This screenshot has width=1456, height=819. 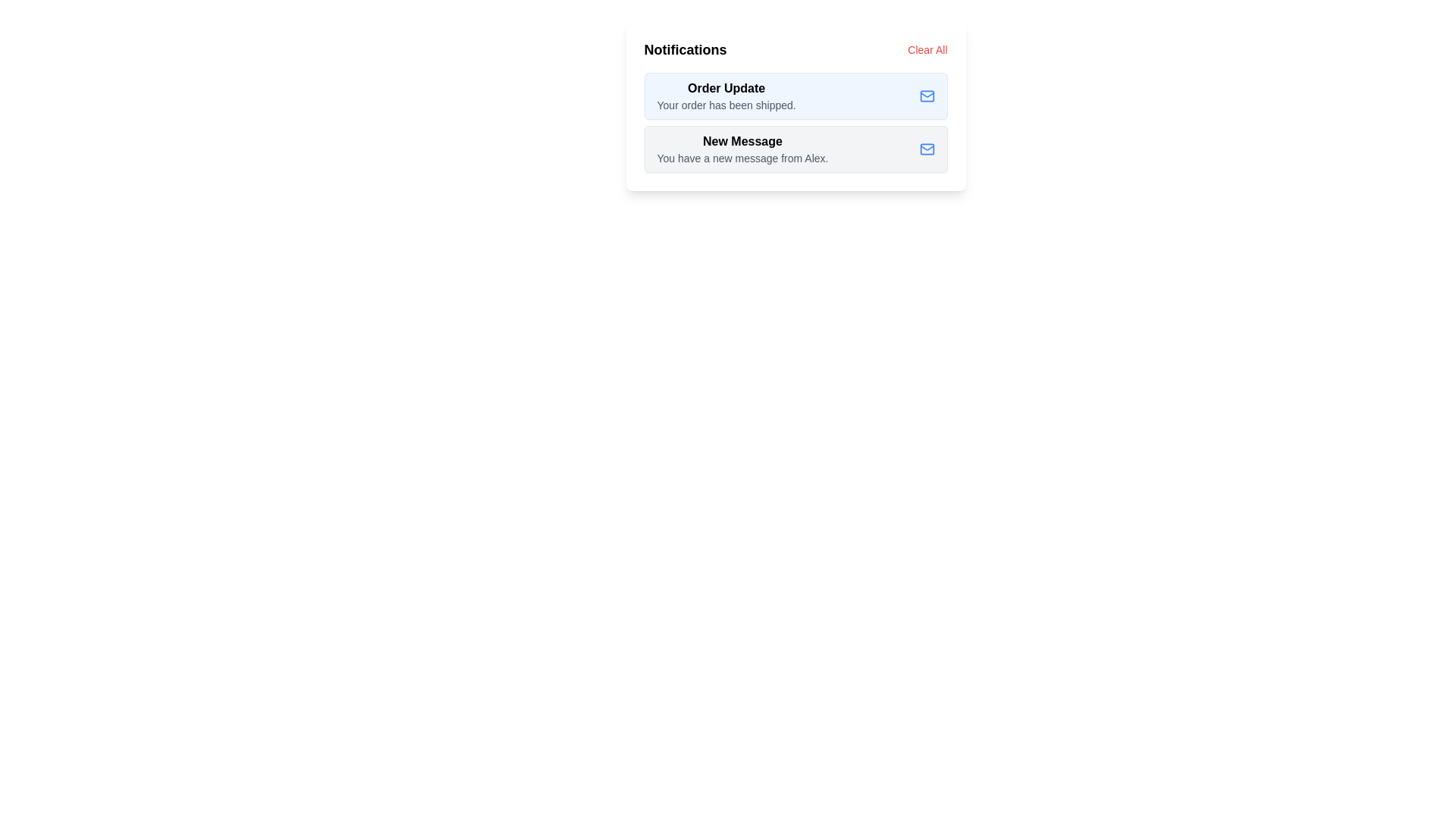 I want to click on the envelope icon with a blue outline located in the top-right corner of the 'New Message' notification box within the Notifications component, so click(x=926, y=149).